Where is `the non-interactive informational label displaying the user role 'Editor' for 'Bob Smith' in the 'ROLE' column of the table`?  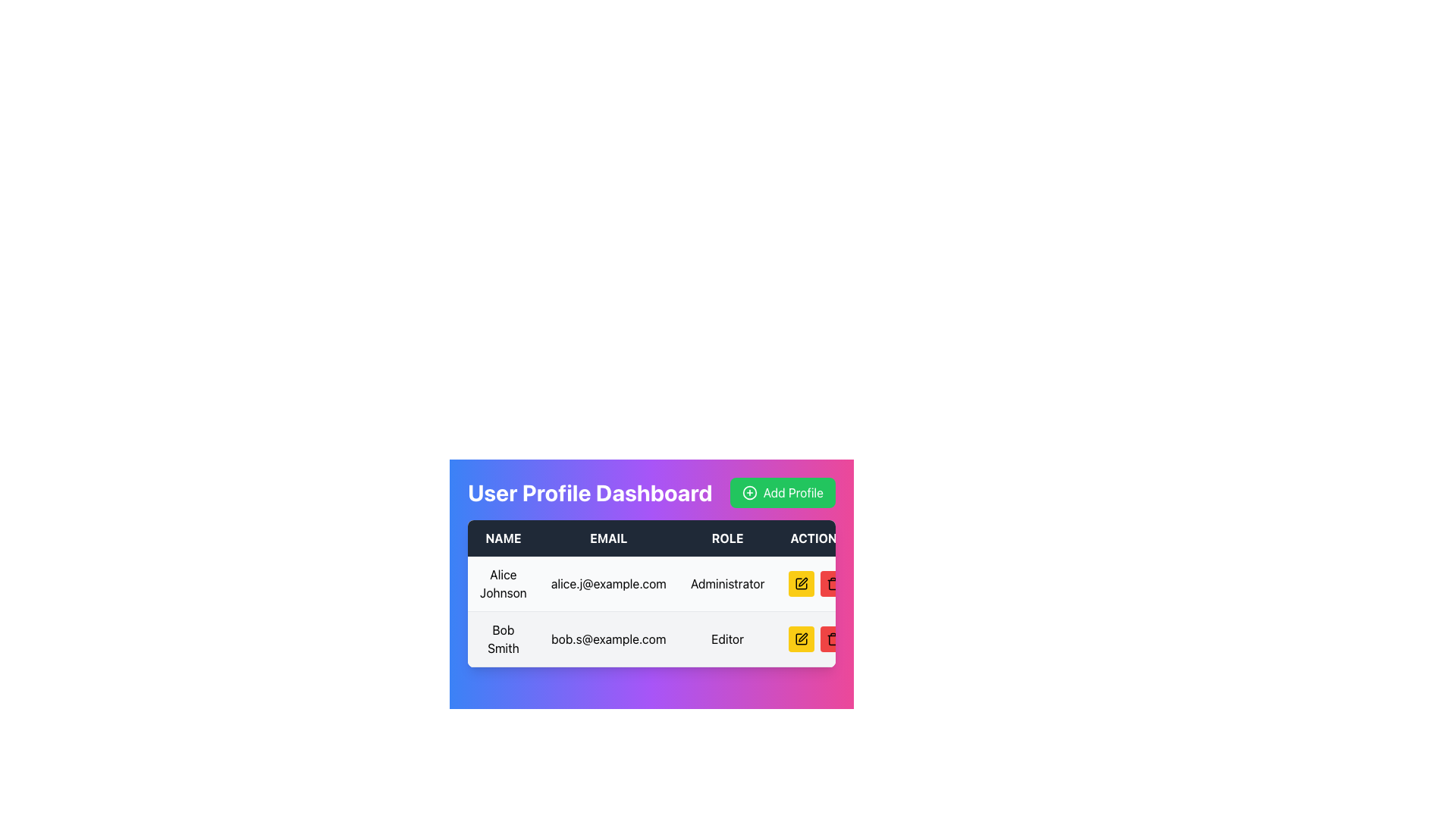 the non-interactive informational label displaying the user role 'Editor' for 'Bob Smith' in the 'ROLE' column of the table is located at coordinates (726, 639).